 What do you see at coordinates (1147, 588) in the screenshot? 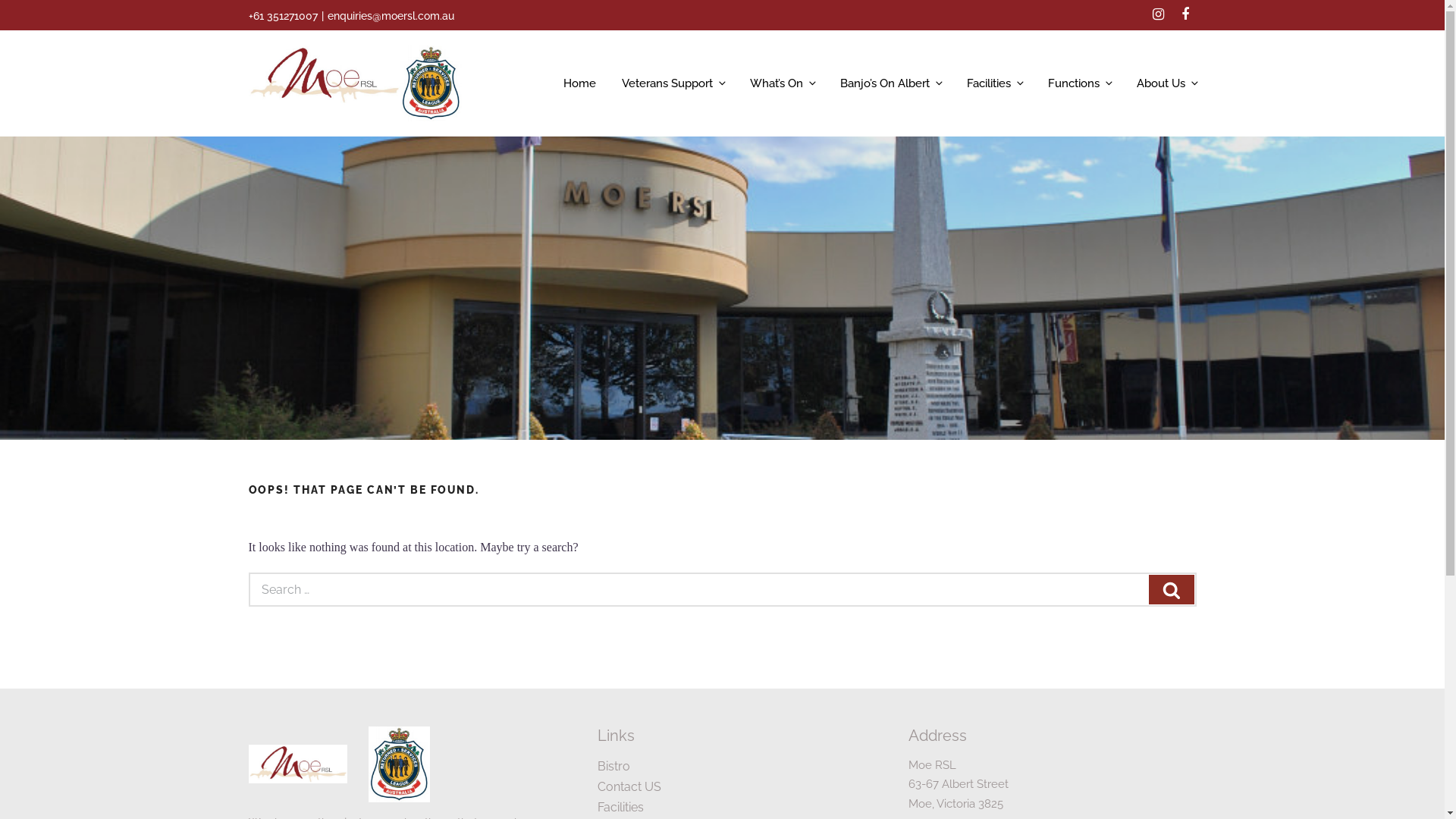
I see `'Search'` at bounding box center [1147, 588].